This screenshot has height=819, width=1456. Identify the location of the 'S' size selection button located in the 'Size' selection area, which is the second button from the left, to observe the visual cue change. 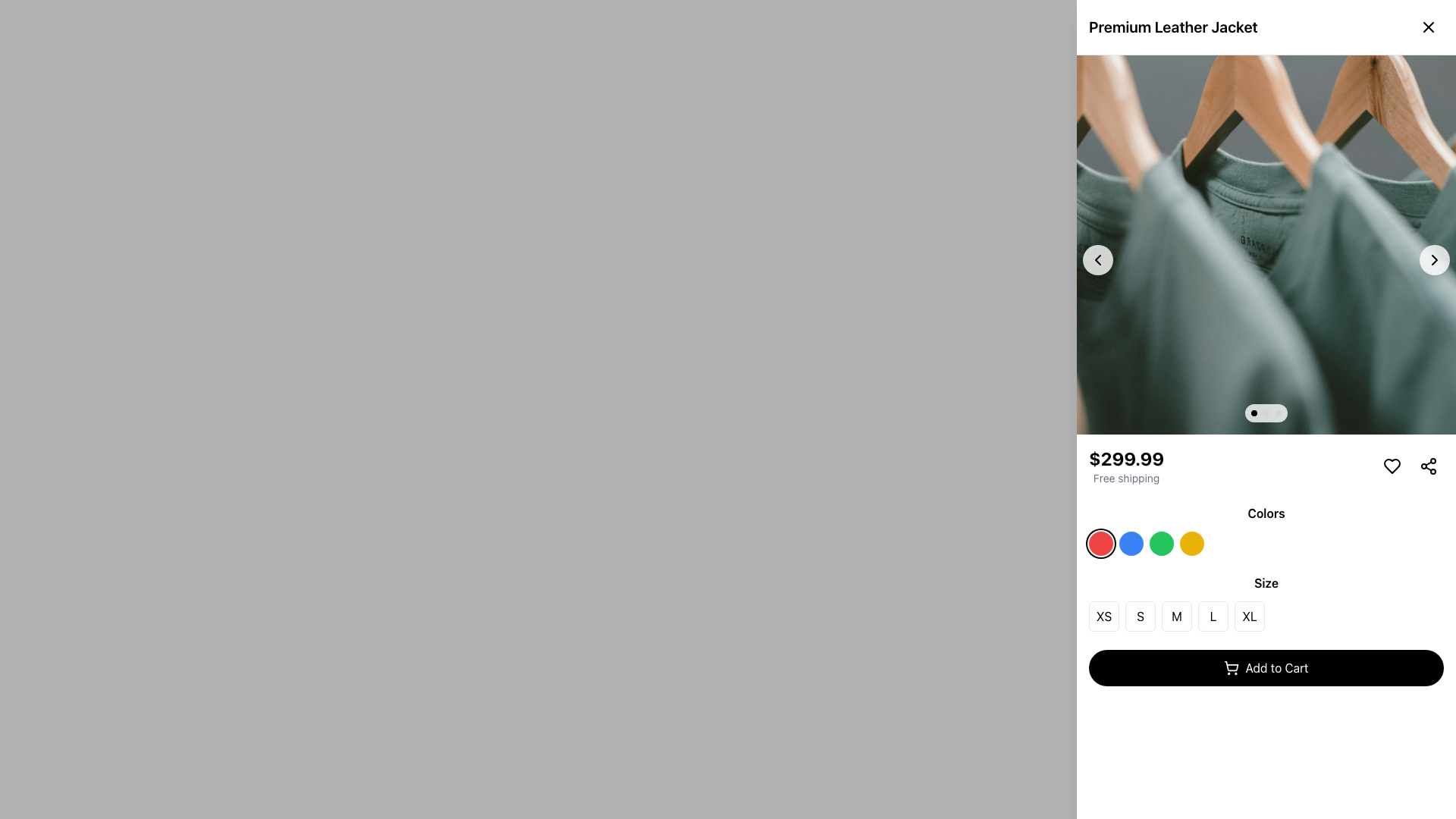
(1140, 617).